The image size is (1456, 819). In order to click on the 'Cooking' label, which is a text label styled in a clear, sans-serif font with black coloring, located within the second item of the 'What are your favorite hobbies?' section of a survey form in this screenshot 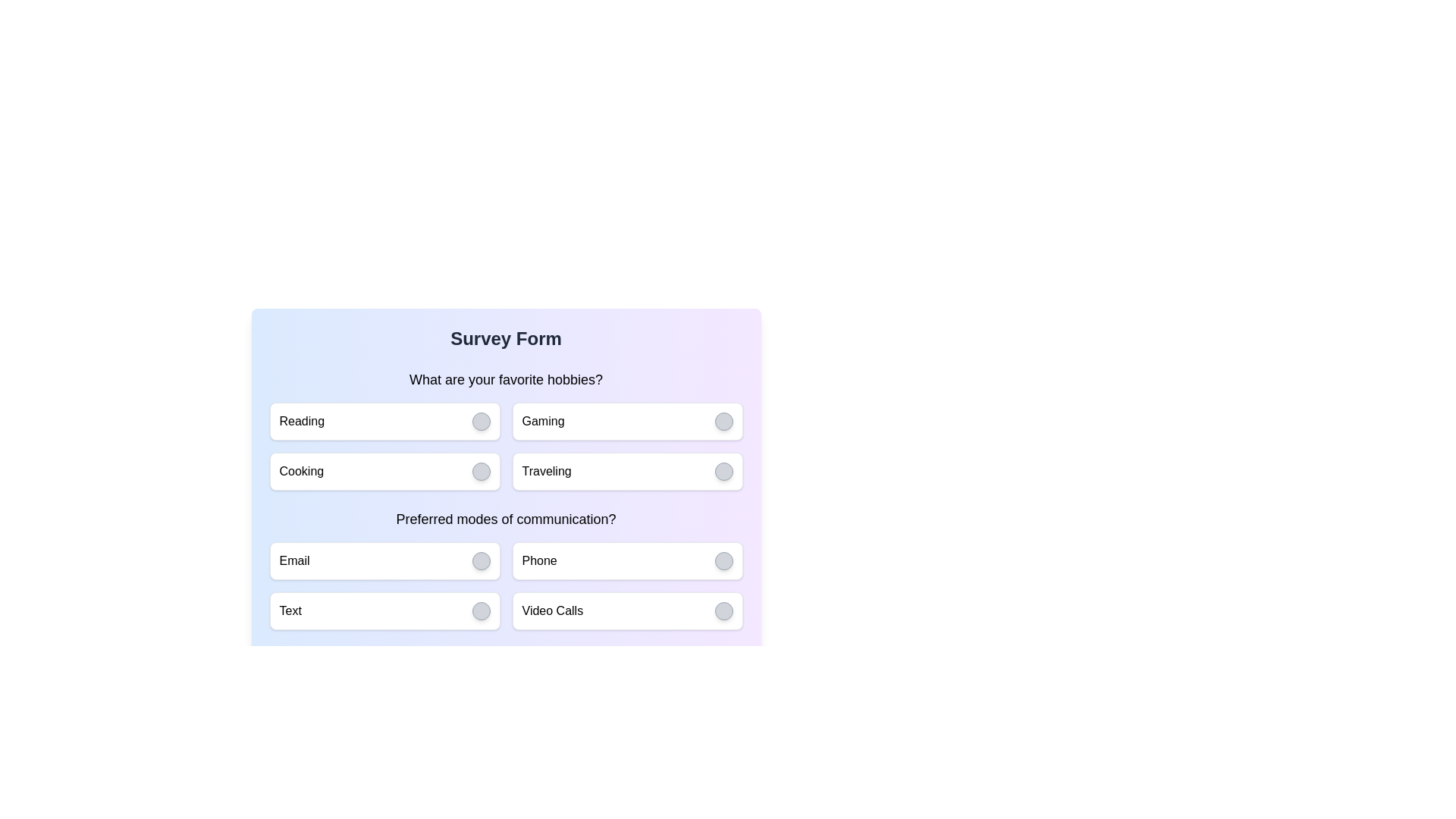, I will do `click(301, 470)`.